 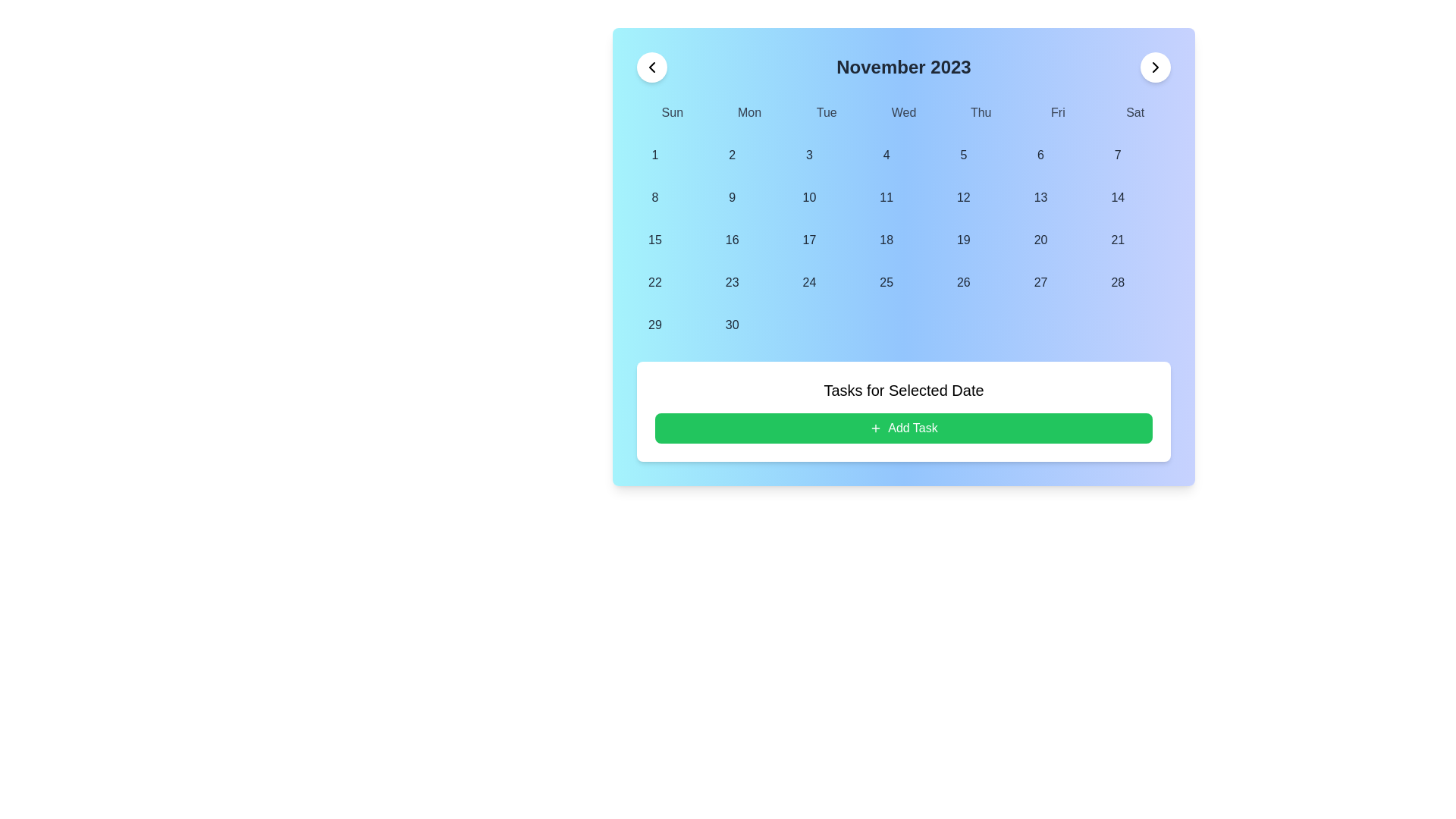 What do you see at coordinates (732, 283) in the screenshot?
I see `the button labeled '23' in the calendar grid` at bounding box center [732, 283].